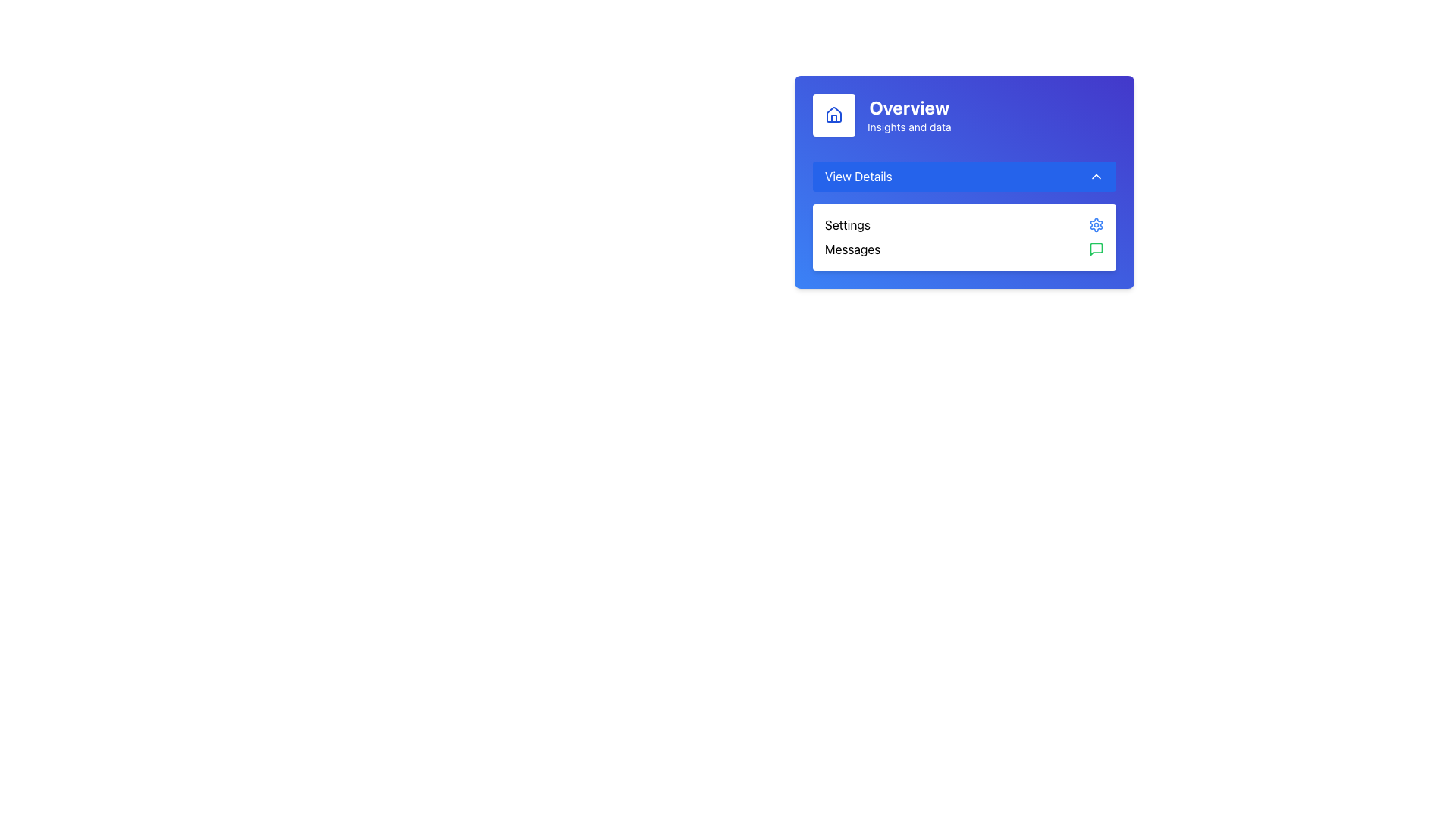  Describe the element at coordinates (833, 114) in the screenshot. I see `the minimalistic blue house icon located to the left of the 'Overview' title, which is situated within a white square background on the upper right side of the interface` at that location.